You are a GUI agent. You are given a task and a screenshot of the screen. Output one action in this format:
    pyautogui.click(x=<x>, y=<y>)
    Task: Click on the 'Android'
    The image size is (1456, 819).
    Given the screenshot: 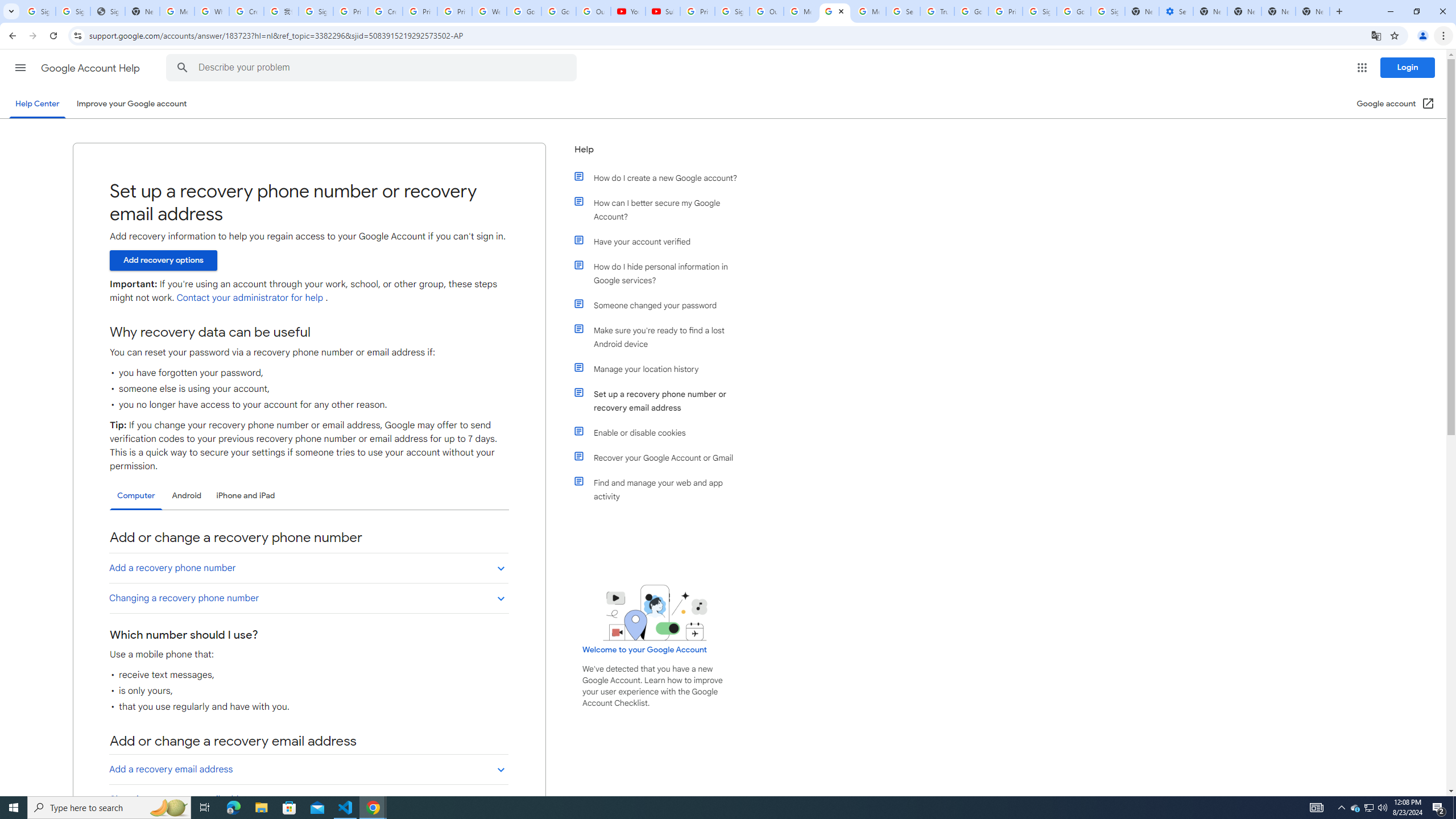 What is the action you would take?
    pyautogui.click(x=186, y=495)
    